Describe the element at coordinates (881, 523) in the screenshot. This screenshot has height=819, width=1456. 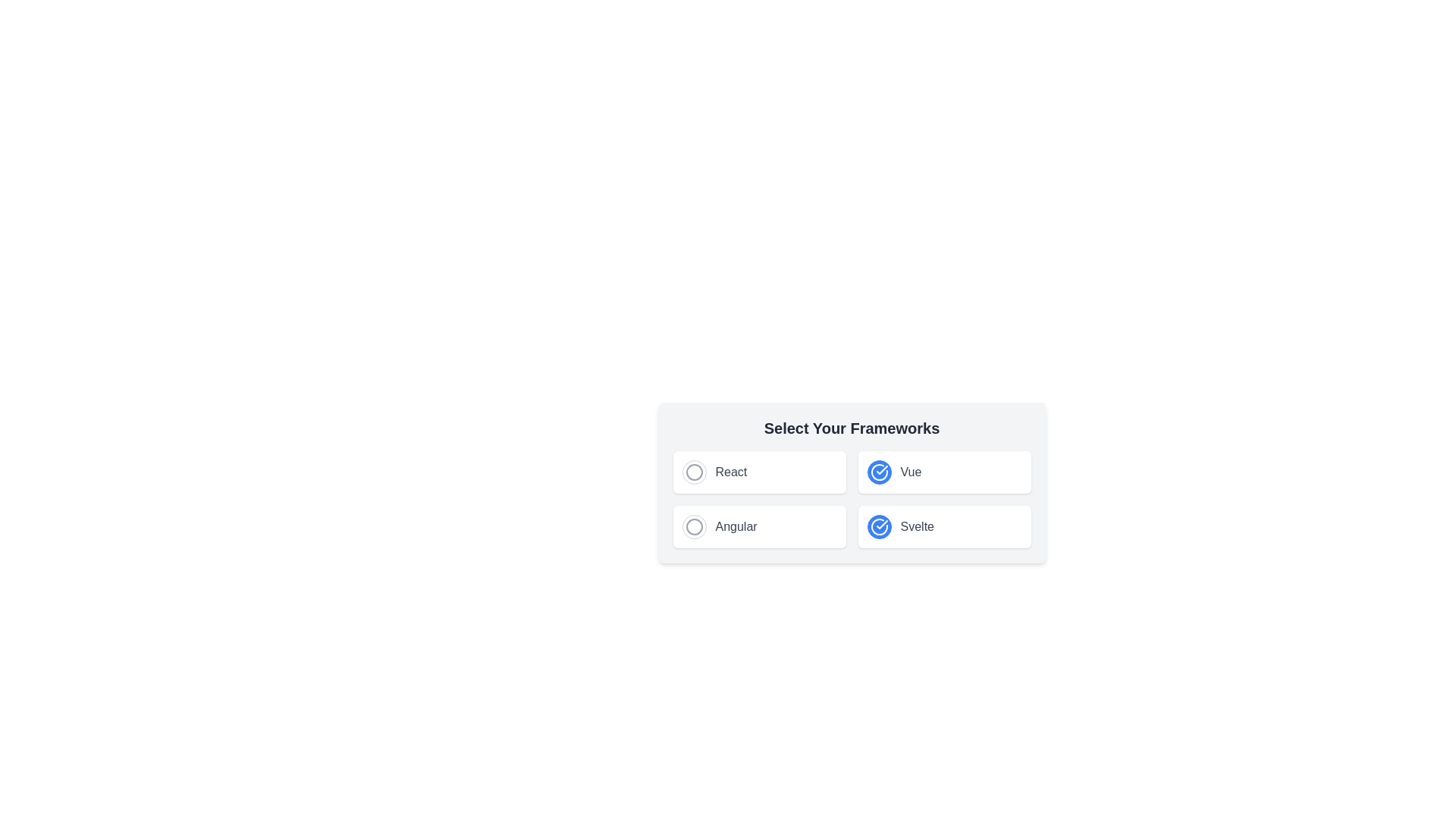
I see `the checkmark icon within a circular icon indicating a selected option in the 'Select Your Frameworks' interface, located at the bottom right of the 'Vue' button` at that location.